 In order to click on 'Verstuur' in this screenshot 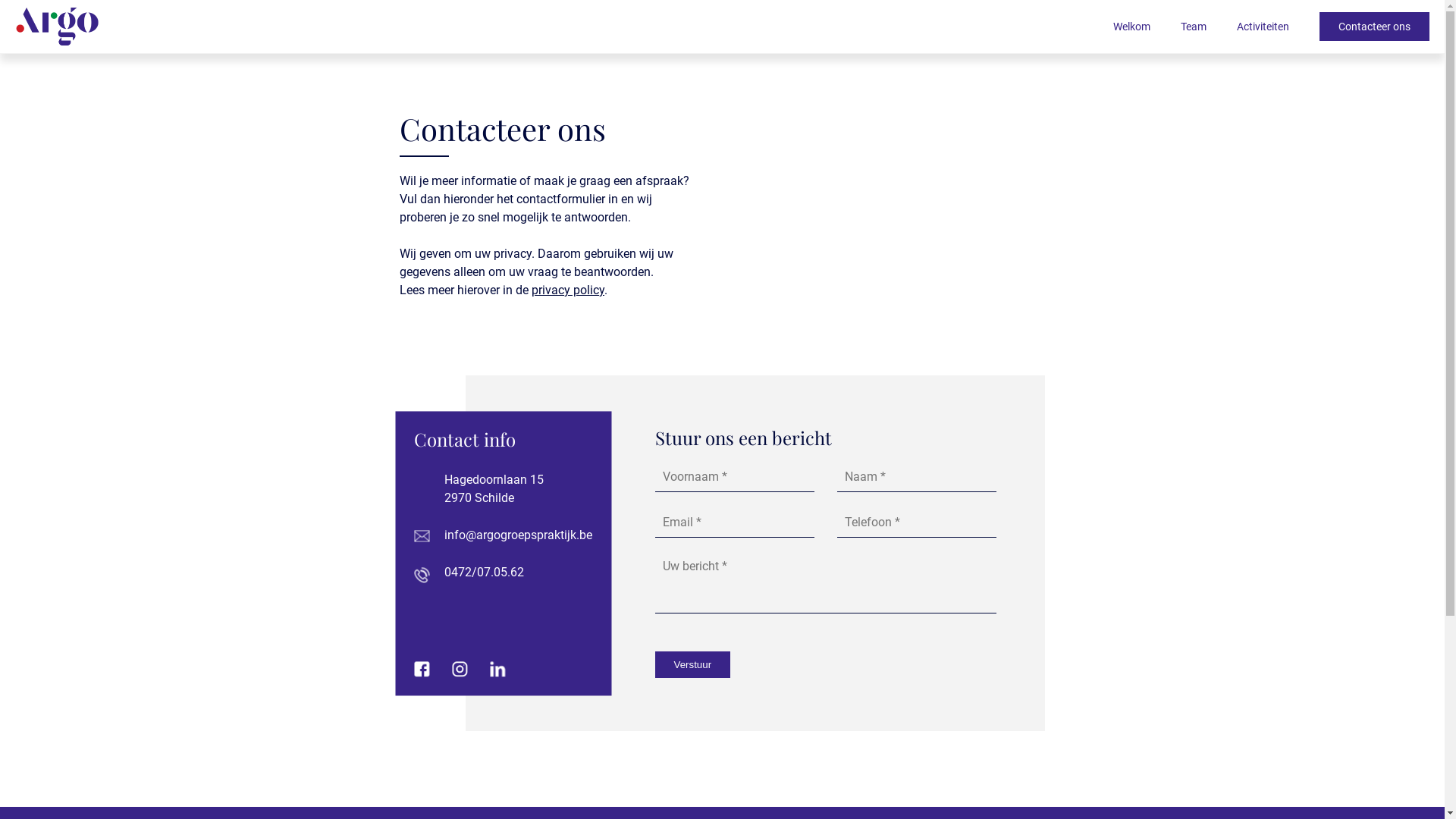, I will do `click(692, 664)`.